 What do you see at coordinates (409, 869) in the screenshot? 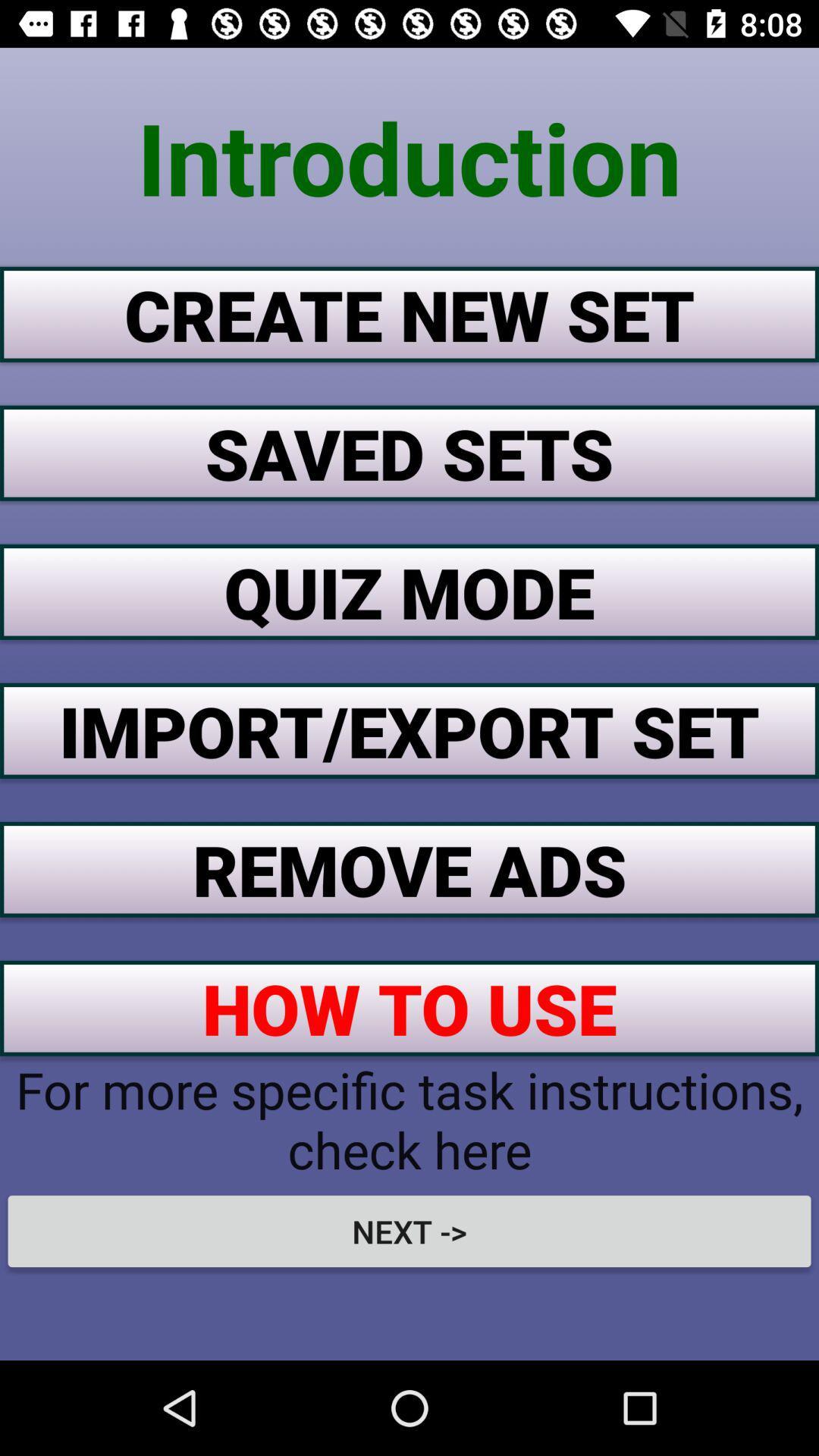
I see `the remove ads button` at bounding box center [409, 869].